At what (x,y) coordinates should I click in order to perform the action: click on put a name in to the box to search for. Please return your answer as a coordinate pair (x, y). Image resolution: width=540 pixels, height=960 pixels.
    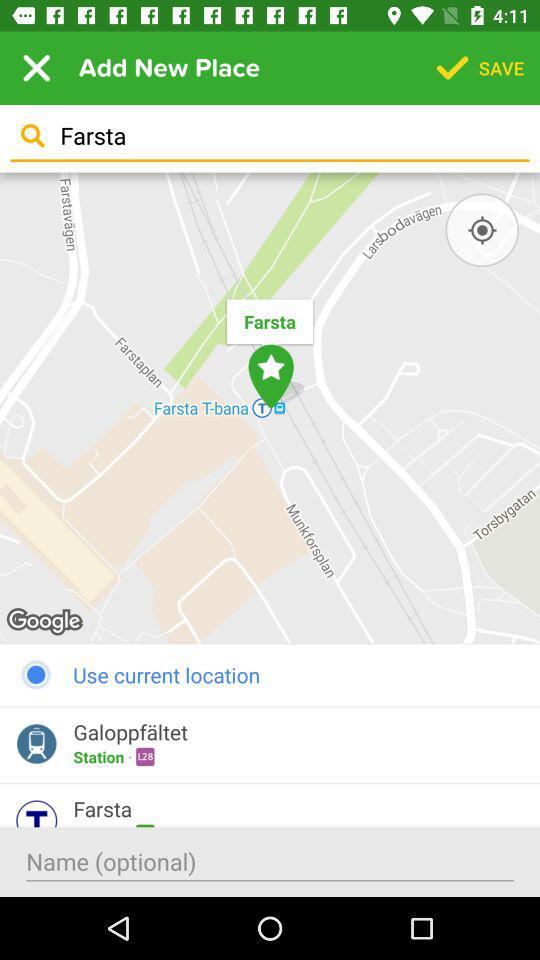
    Looking at the image, I should click on (270, 861).